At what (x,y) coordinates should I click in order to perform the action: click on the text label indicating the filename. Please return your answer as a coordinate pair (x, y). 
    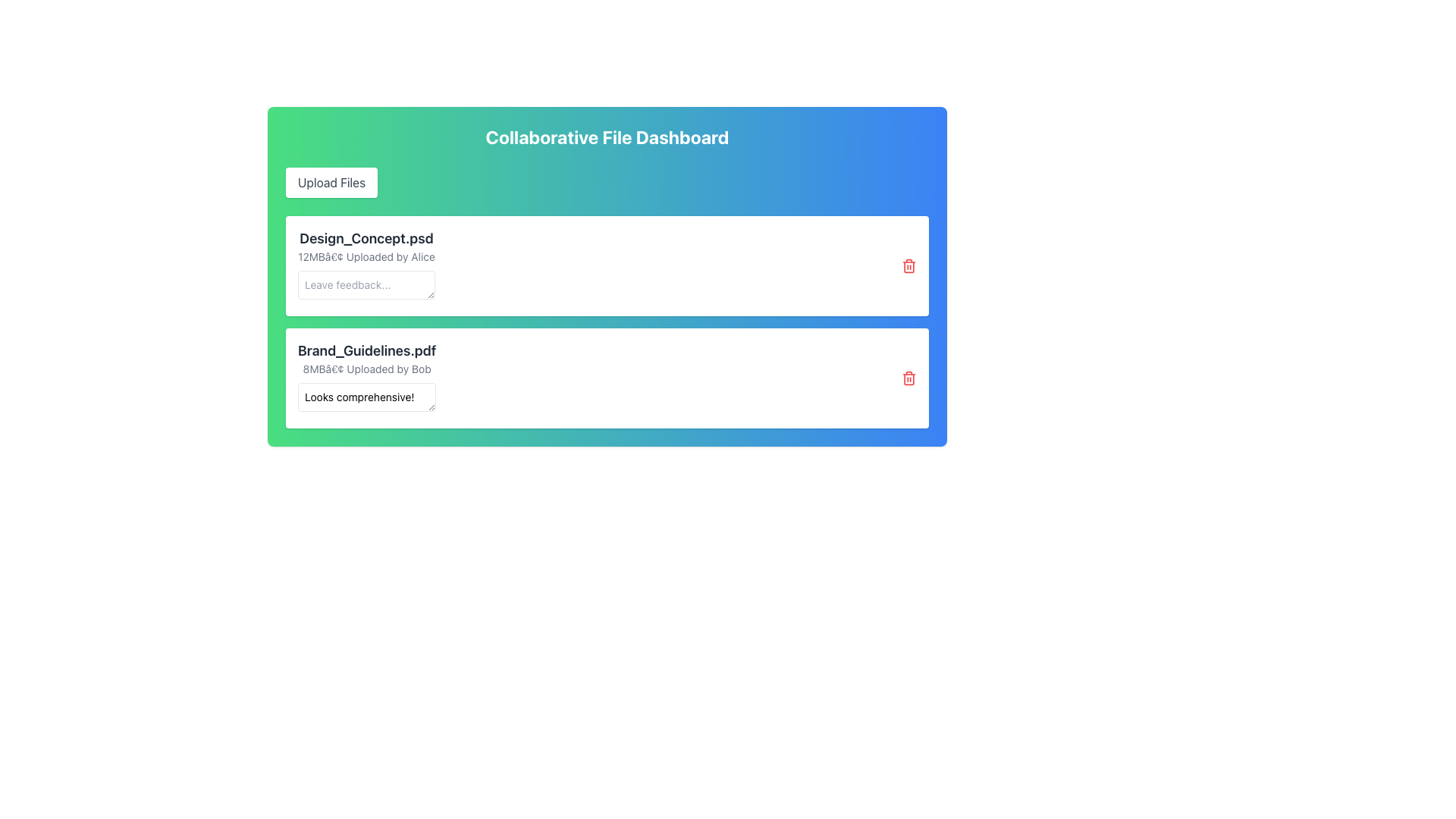
    Looking at the image, I should click on (367, 350).